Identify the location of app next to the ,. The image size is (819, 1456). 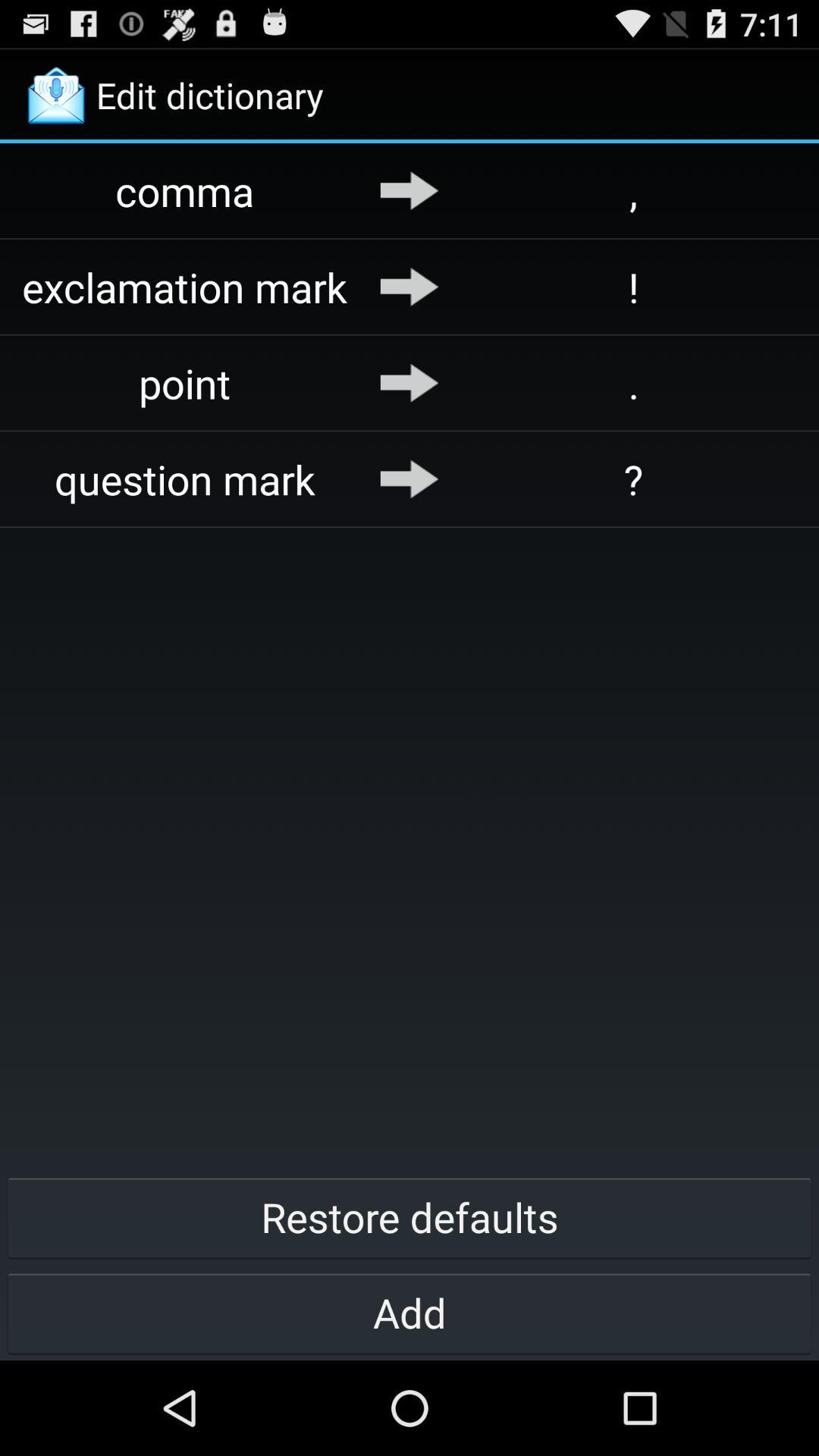
(409, 190).